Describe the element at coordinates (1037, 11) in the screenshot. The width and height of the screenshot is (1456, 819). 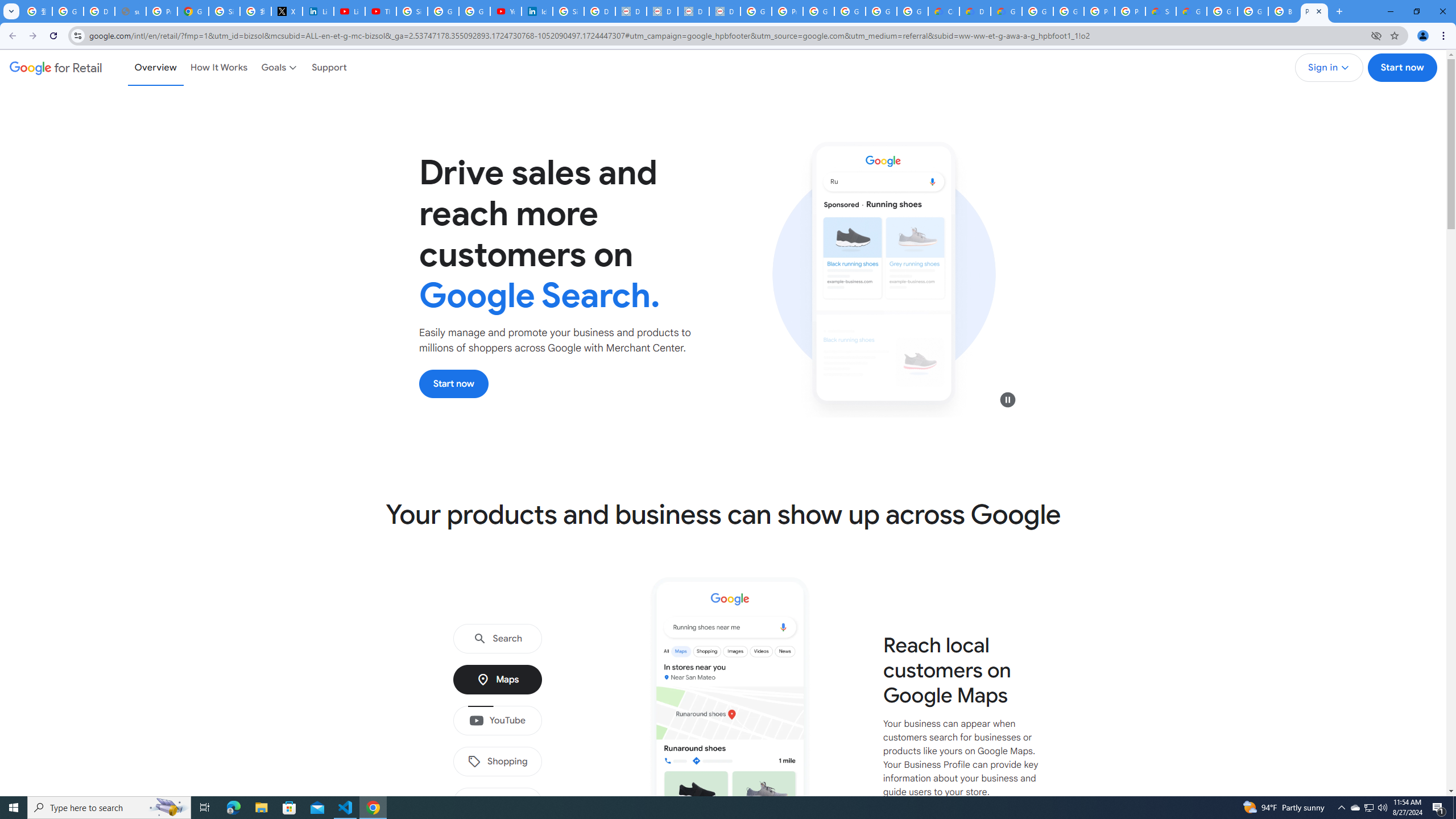
I see `'Google Cloud Platform'` at that location.